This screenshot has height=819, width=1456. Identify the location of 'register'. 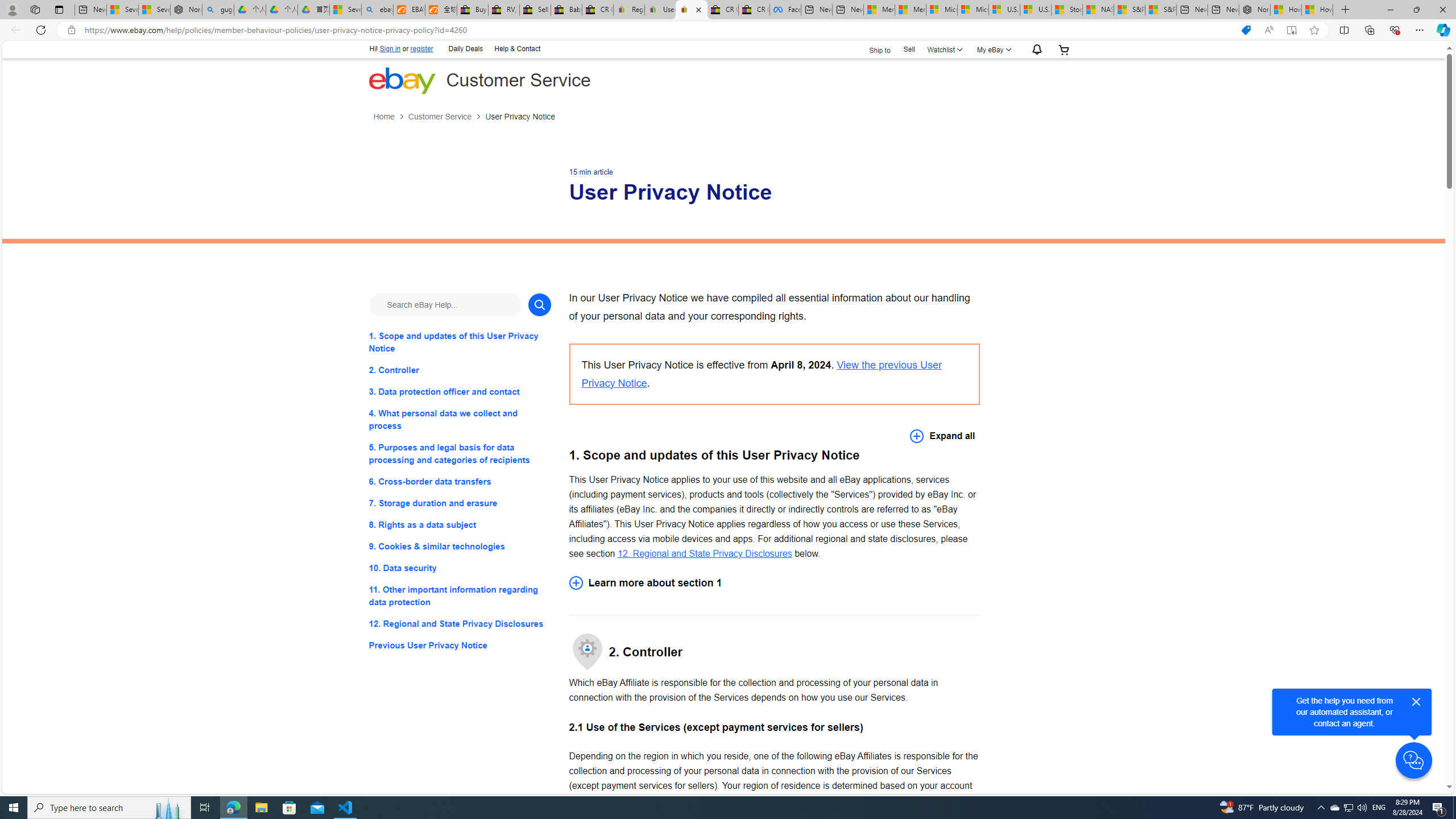
(421, 48).